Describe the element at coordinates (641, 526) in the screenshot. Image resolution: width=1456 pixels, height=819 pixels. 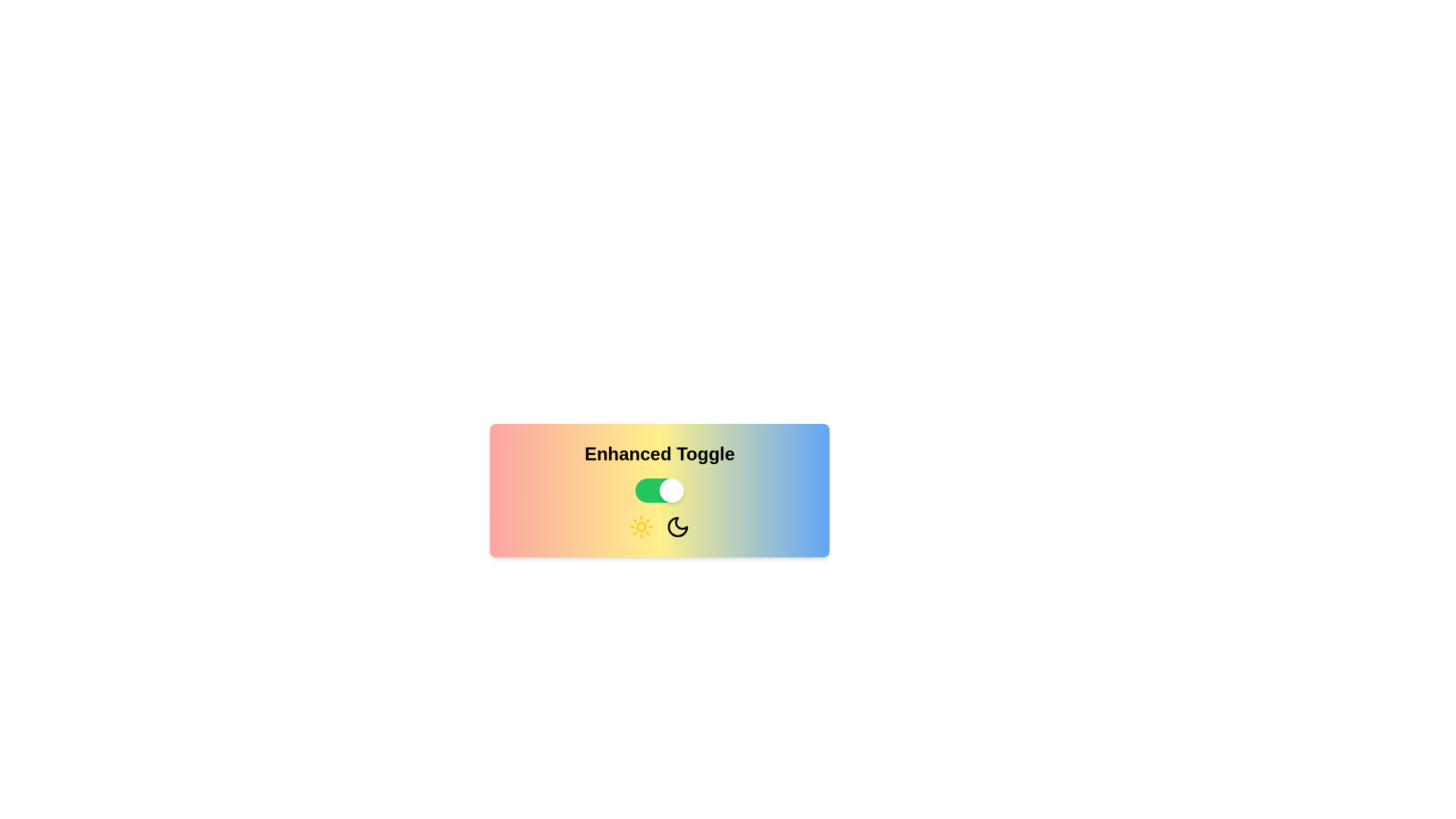
I see `the Sun icon to interact with the active state representation` at that location.